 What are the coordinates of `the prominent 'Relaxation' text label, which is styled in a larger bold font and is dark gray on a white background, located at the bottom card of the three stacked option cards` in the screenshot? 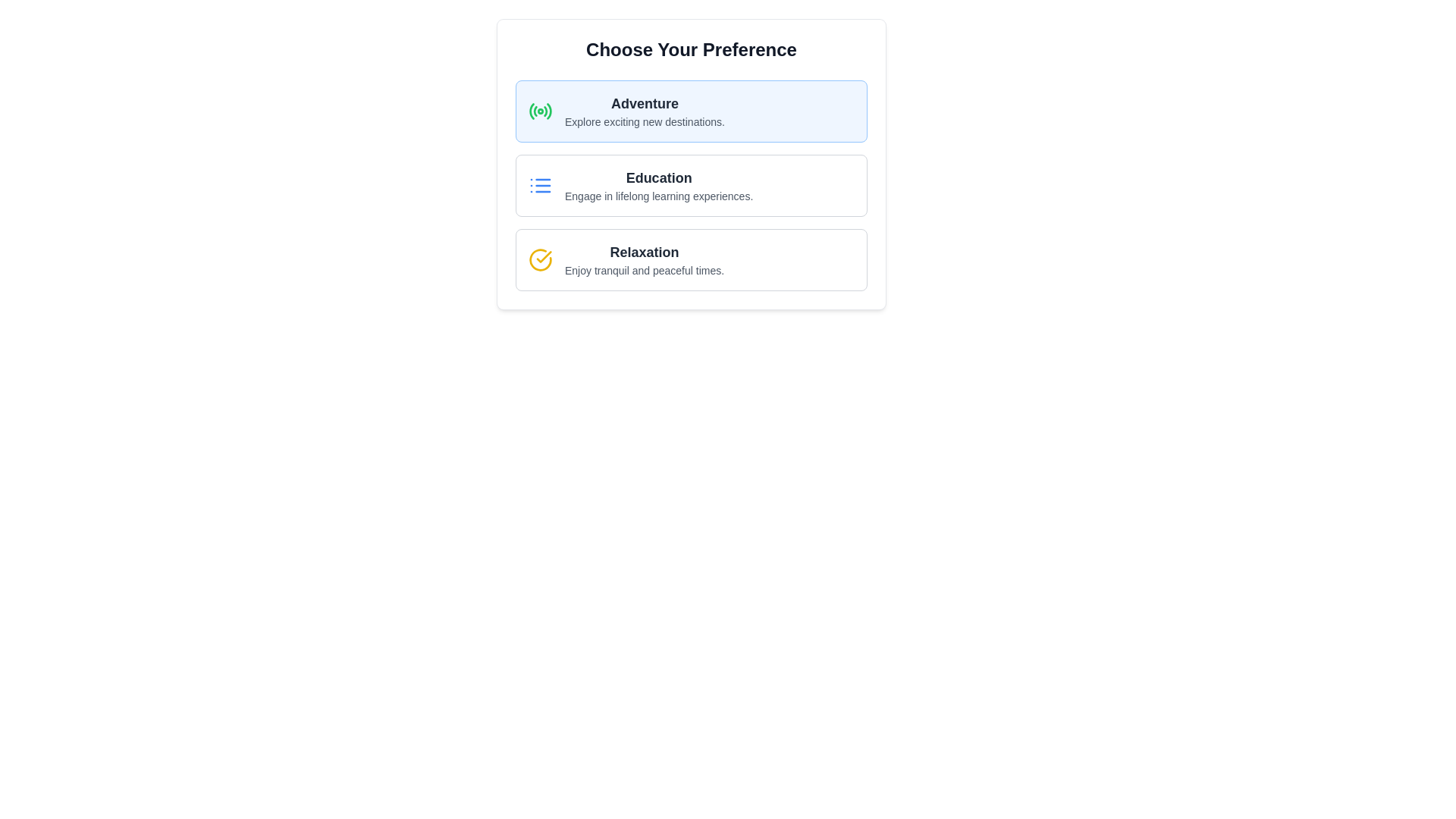 It's located at (644, 251).